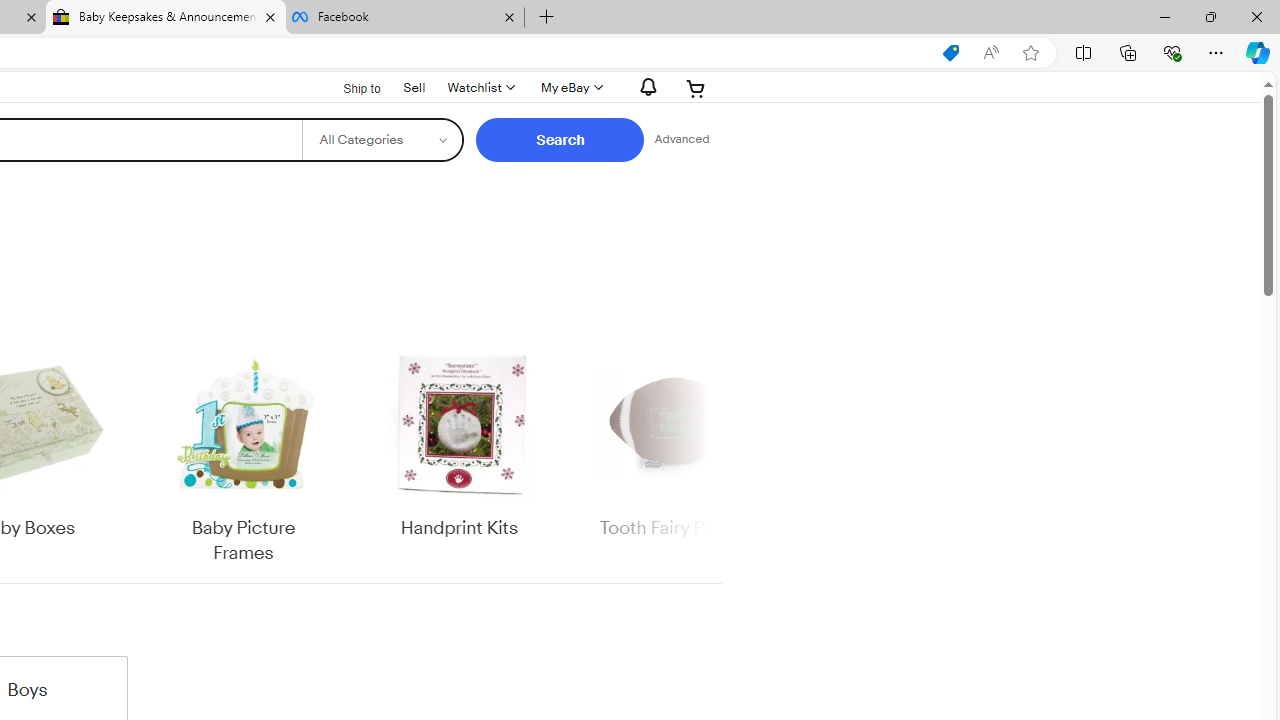  I want to click on 'Ship to', so click(349, 86).